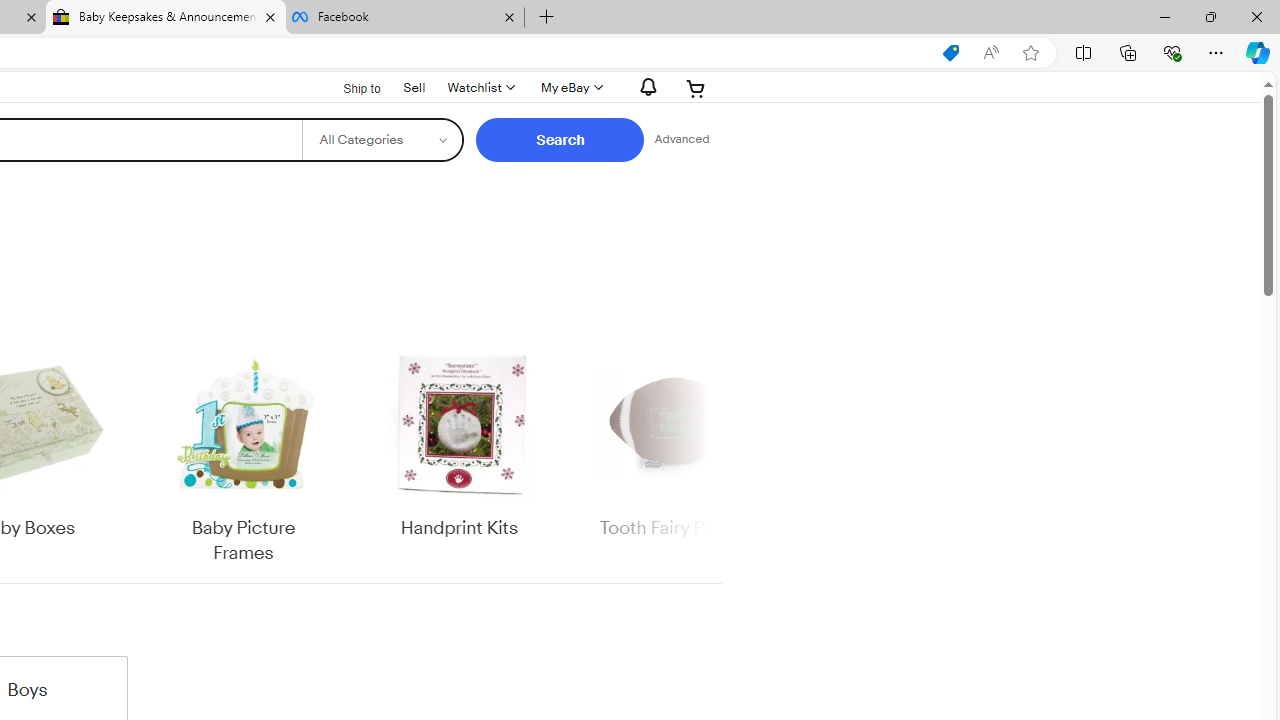  I want to click on 'Ship to', so click(349, 86).